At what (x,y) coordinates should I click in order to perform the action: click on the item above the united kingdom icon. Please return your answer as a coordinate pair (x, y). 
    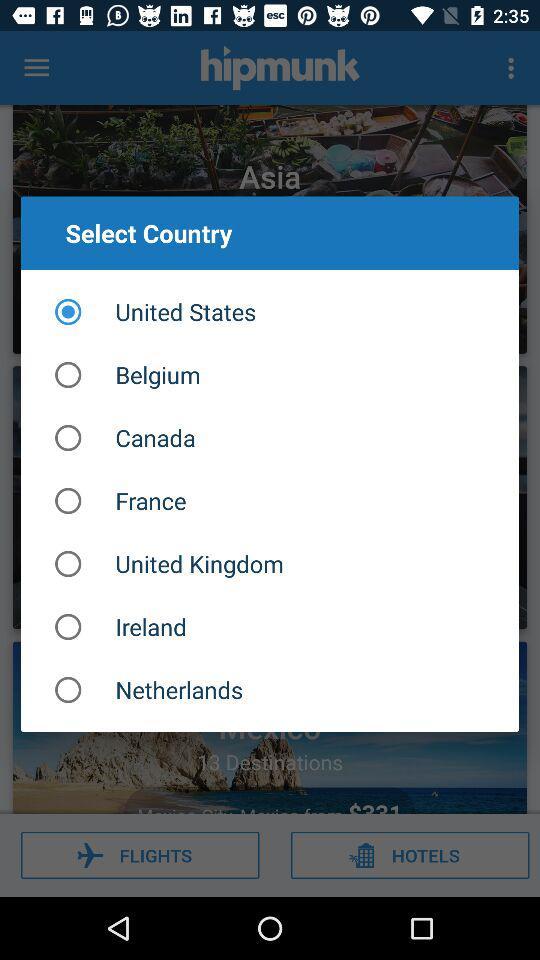
    Looking at the image, I should click on (270, 500).